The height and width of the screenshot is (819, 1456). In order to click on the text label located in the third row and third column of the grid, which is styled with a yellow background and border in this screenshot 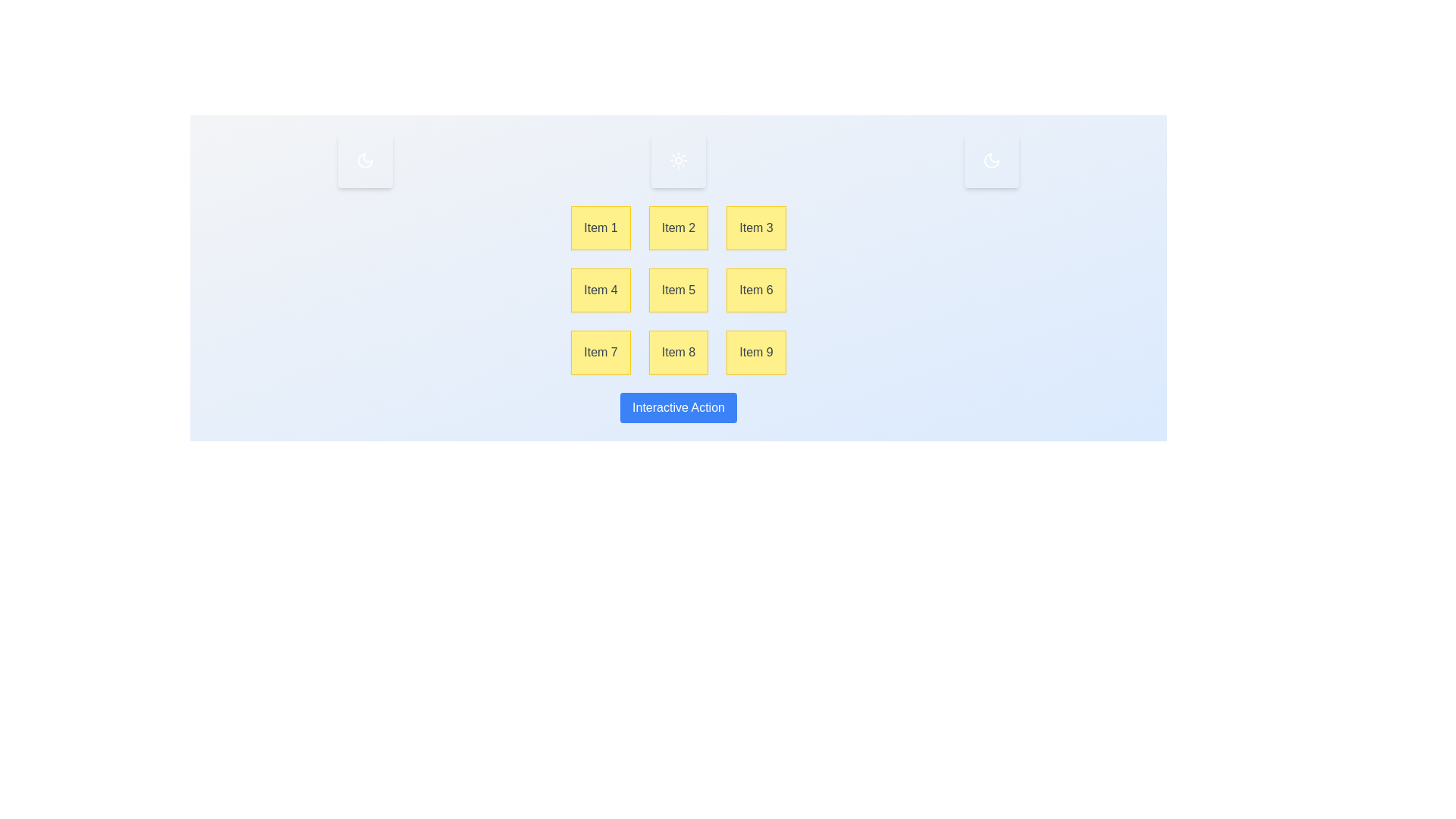, I will do `click(756, 352)`.